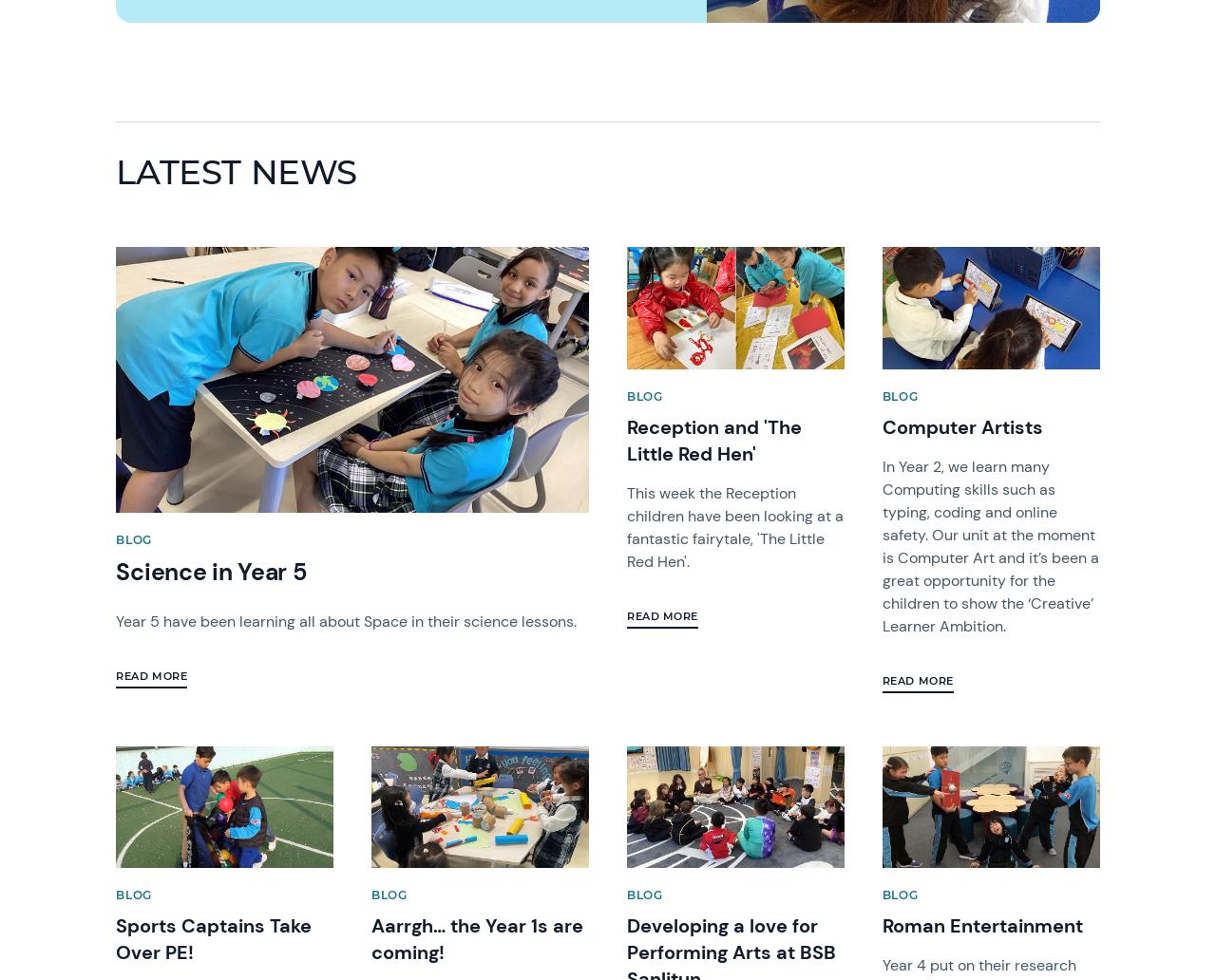 The image size is (1216, 980). I want to click on 'Reception and 'The Little Red Hen'', so click(713, 438).